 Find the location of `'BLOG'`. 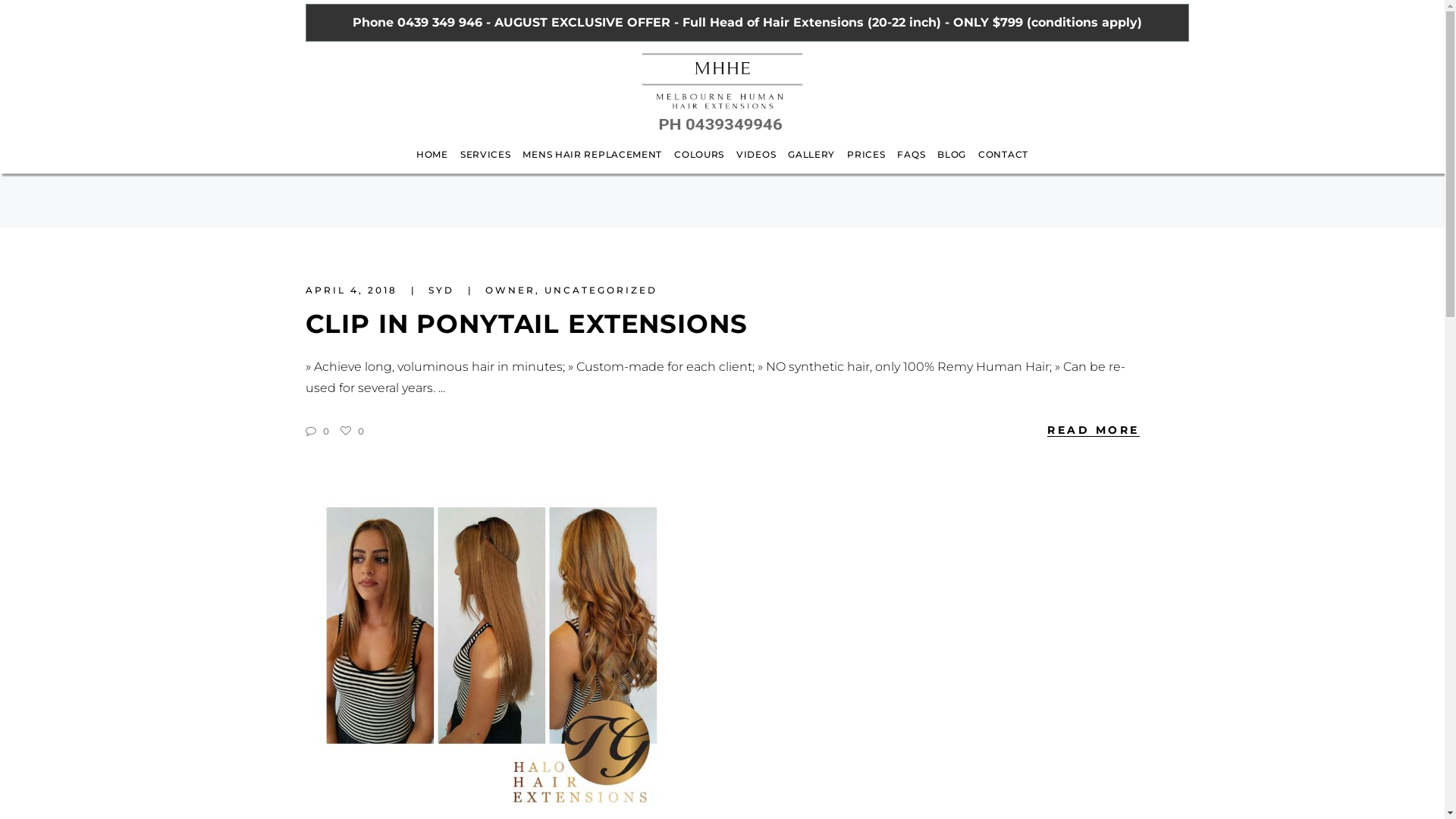

'BLOG' is located at coordinates (950, 164).